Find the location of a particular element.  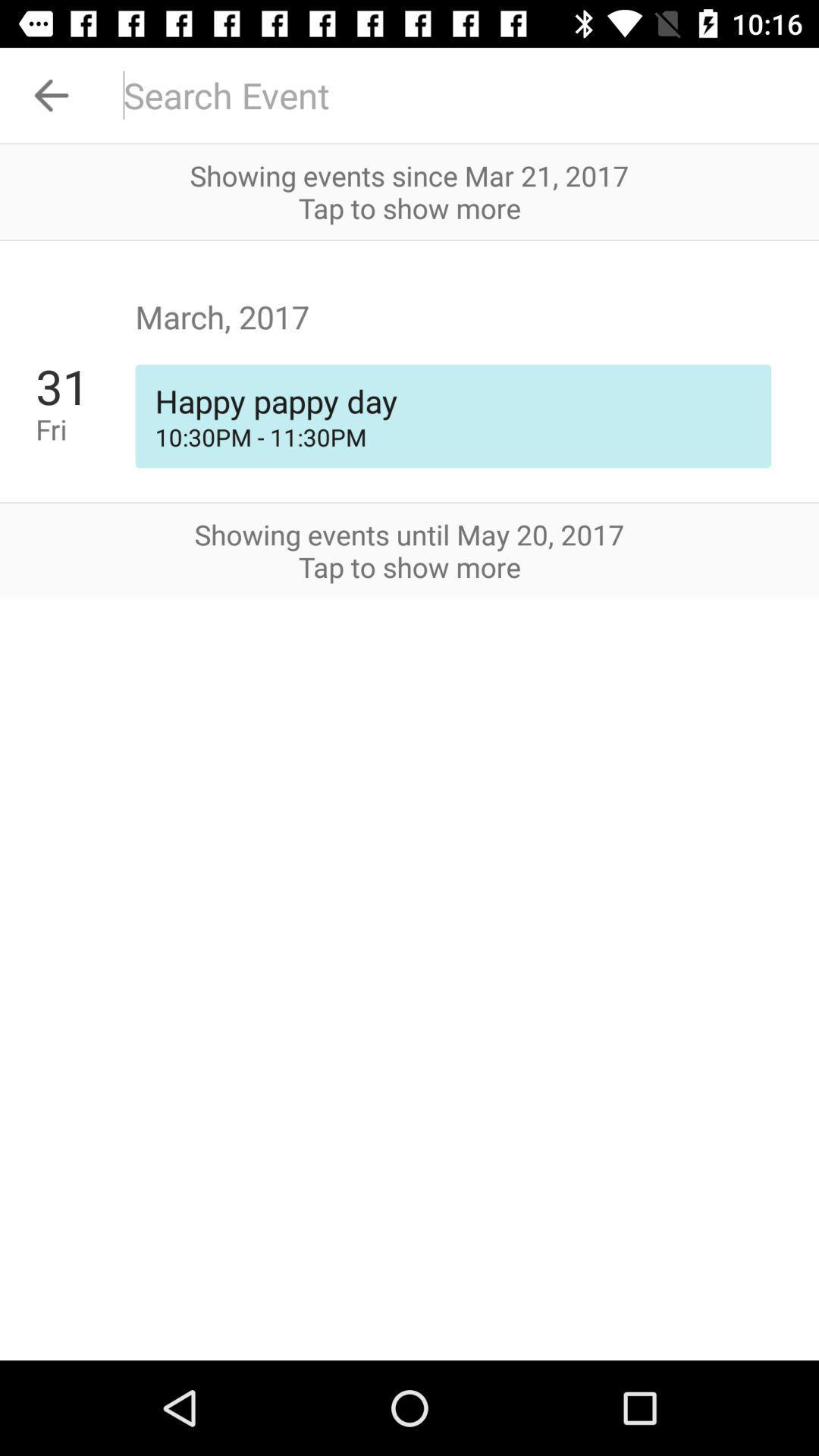

the icon next to happy pappy day is located at coordinates (85, 386).